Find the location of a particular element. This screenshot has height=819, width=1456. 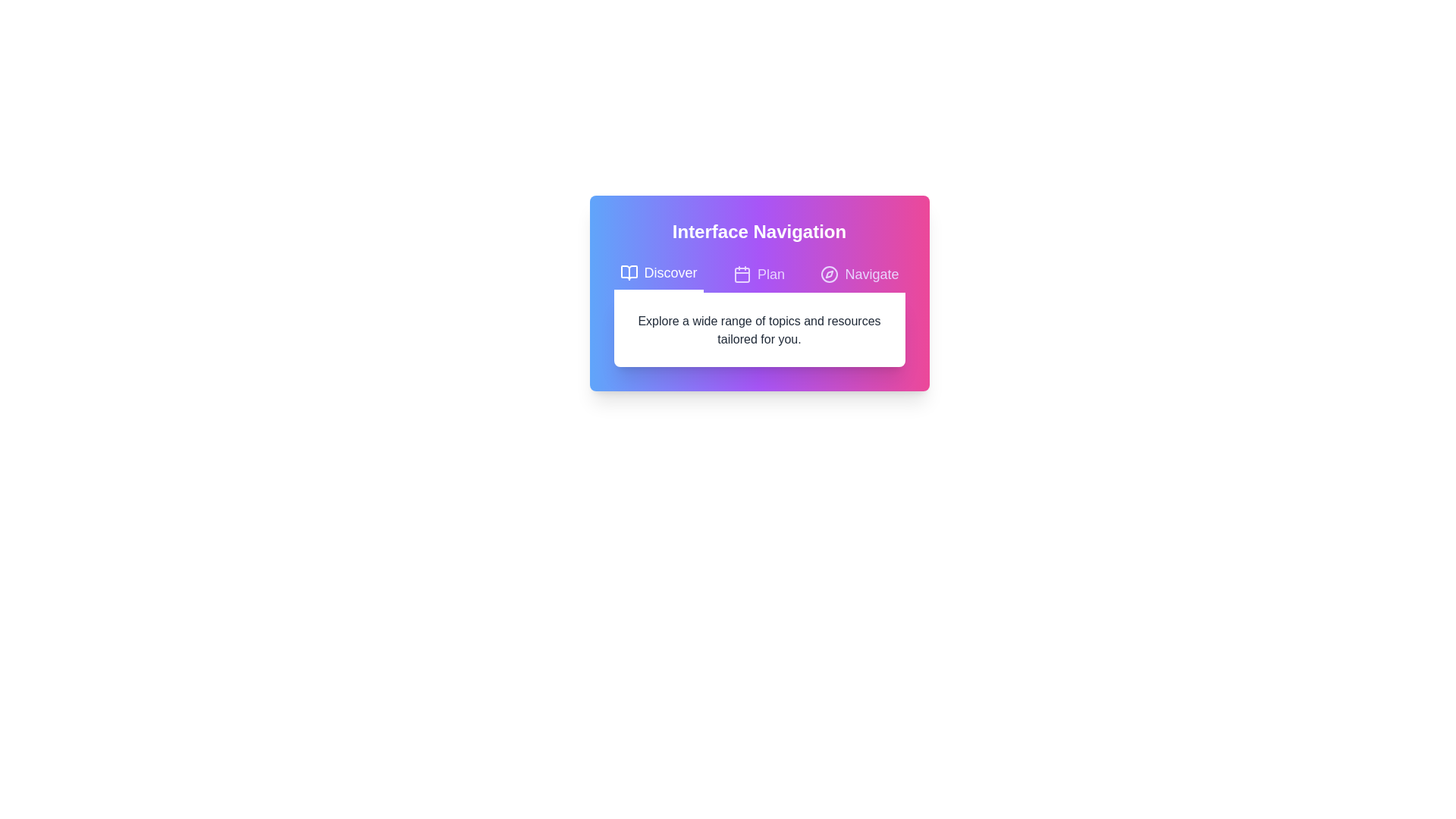

the static text label indicating the 'Plan' tab, which is centrally located within the purple tab header is located at coordinates (771, 275).